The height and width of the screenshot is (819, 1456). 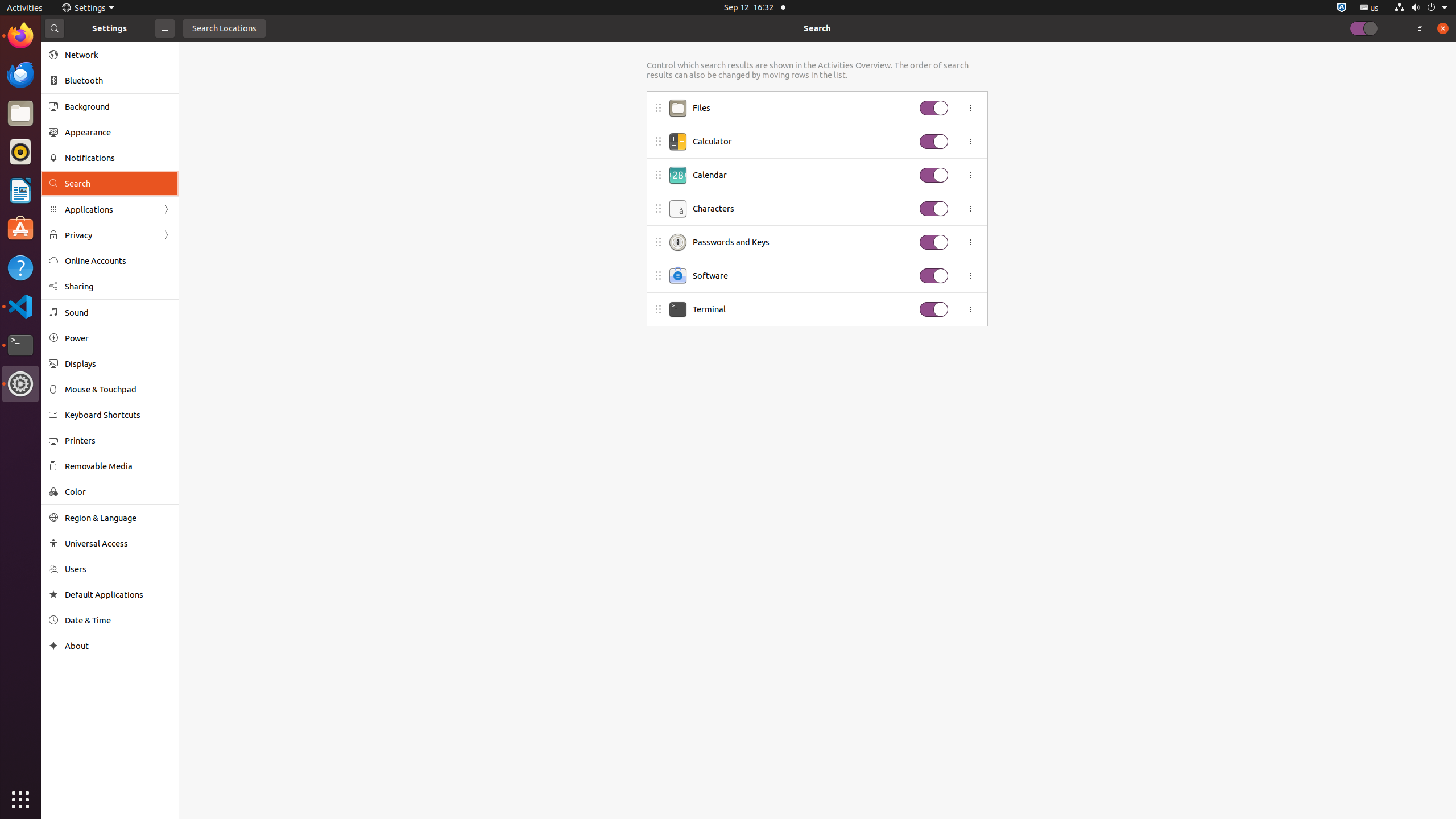 I want to click on 'Settings', so click(x=88, y=7).